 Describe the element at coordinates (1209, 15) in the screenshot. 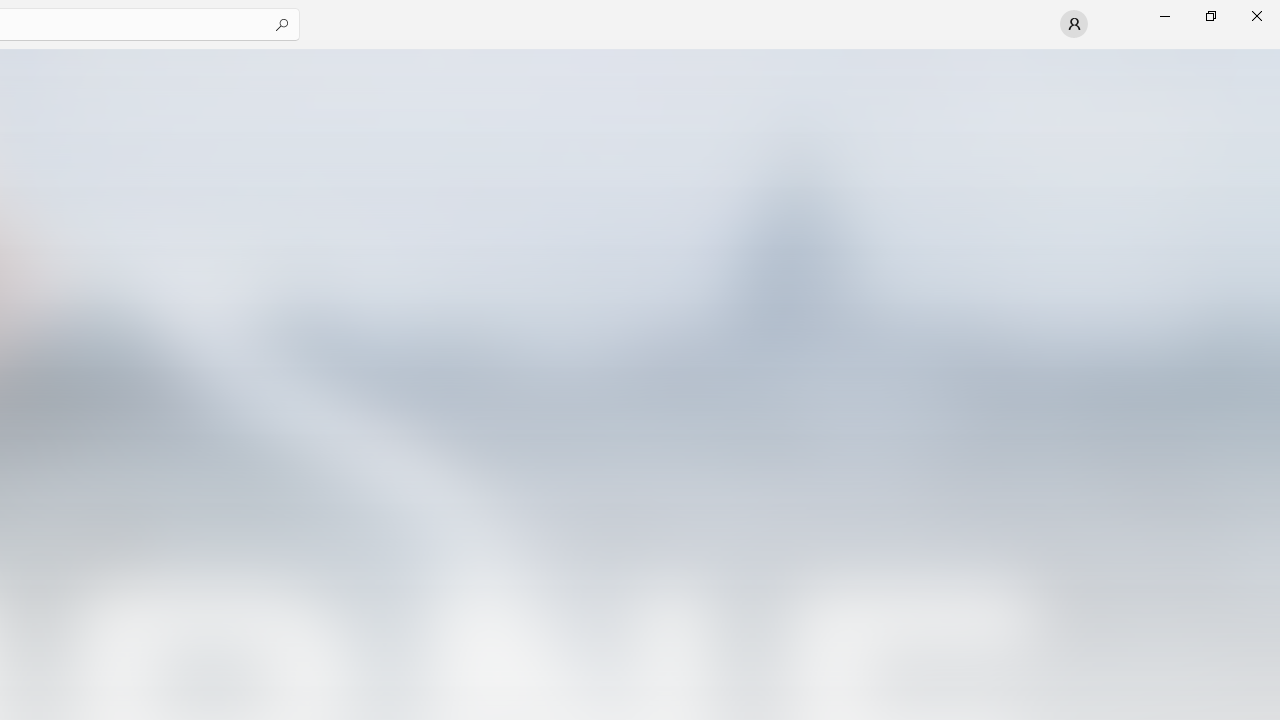

I see `'Restore Microsoft Store'` at that location.